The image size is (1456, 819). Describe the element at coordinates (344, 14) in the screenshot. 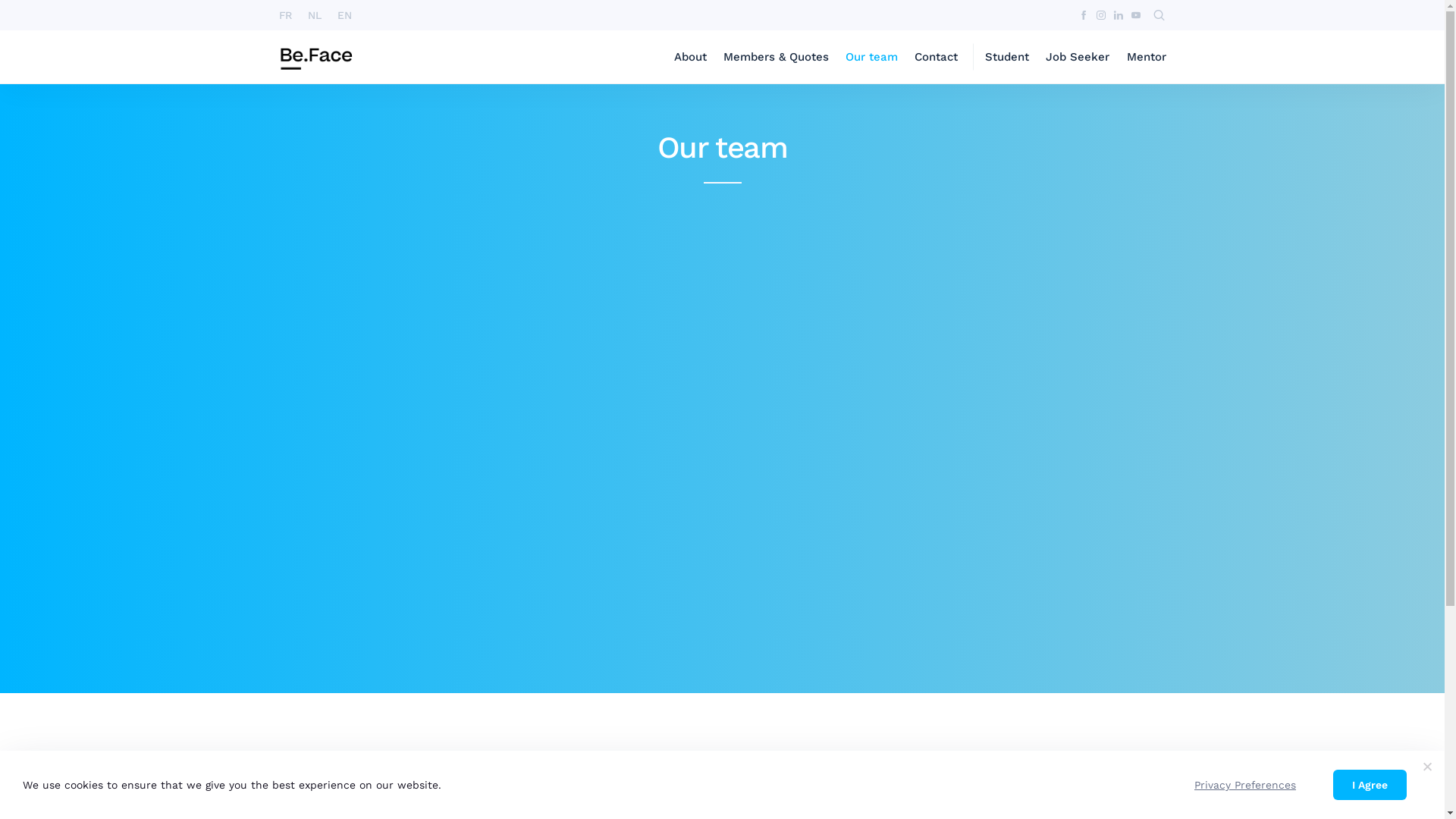

I see `'EN'` at that location.